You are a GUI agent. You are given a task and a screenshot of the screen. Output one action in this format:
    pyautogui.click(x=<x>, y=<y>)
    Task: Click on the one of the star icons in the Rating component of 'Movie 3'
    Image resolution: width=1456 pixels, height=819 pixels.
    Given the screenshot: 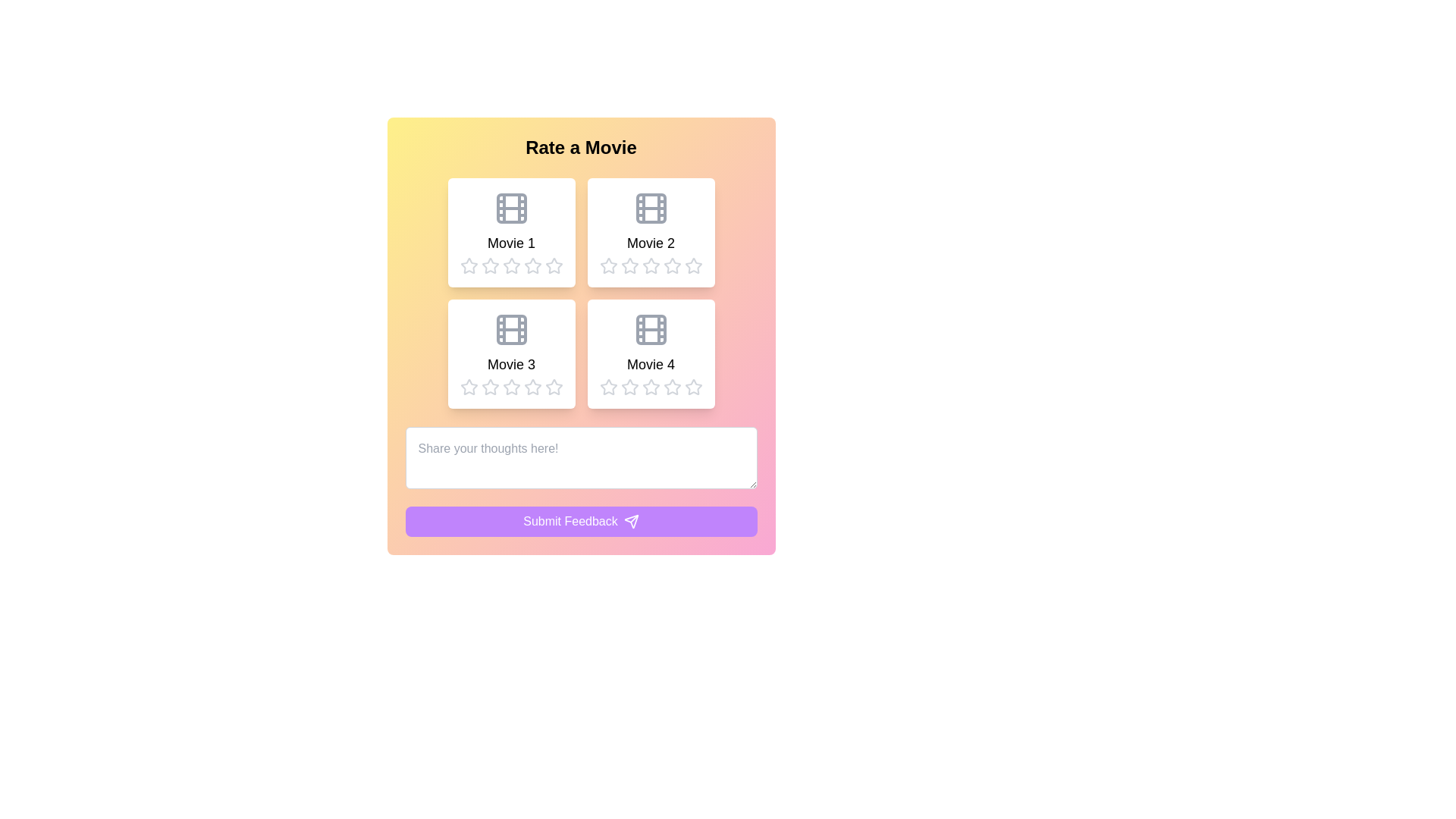 What is the action you would take?
    pyautogui.click(x=511, y=386)
    